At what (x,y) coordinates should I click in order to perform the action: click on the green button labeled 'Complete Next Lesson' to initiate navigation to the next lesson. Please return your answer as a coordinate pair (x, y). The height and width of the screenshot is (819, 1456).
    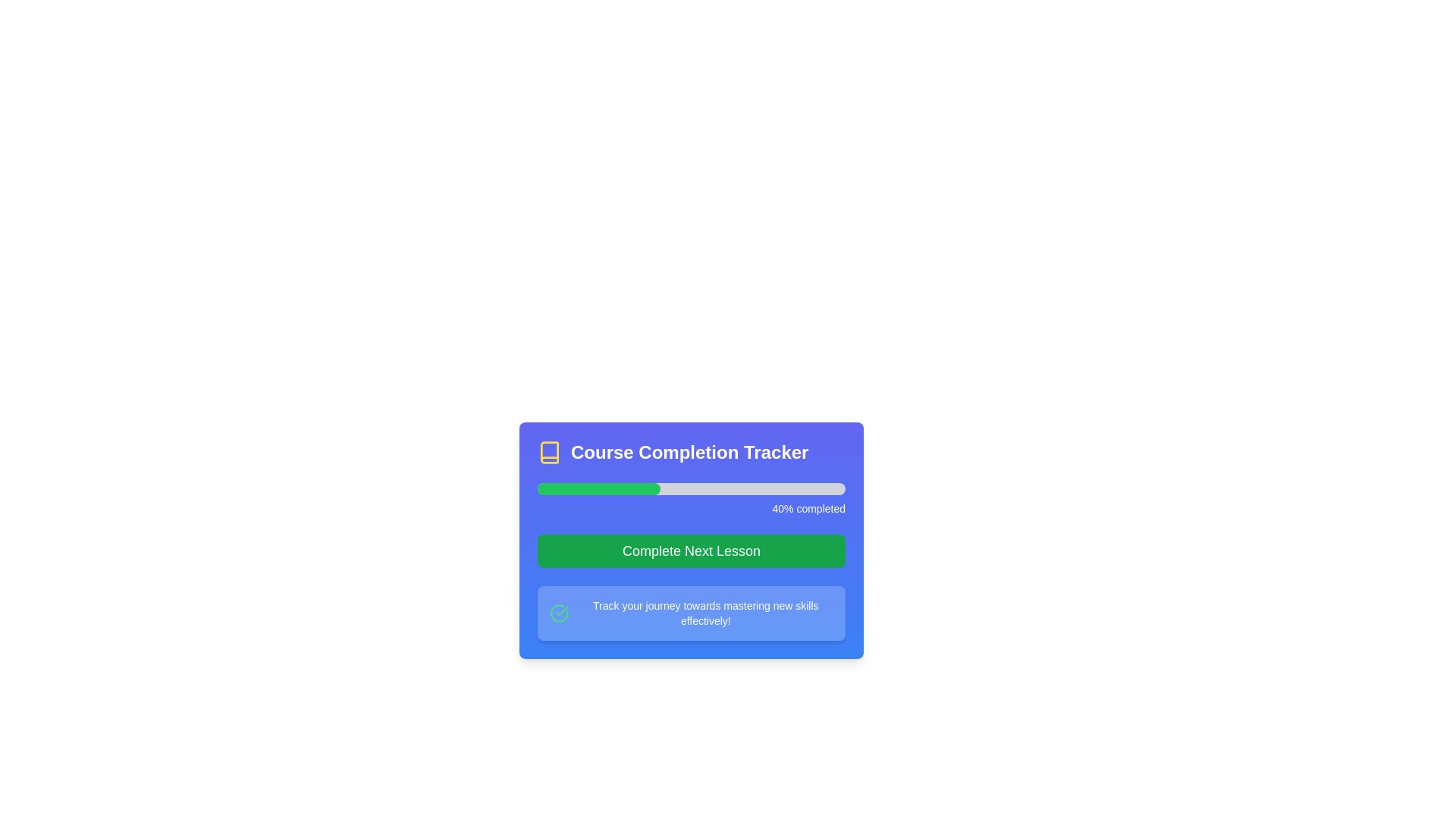
    Looking at the image, I should click on (691, 551).